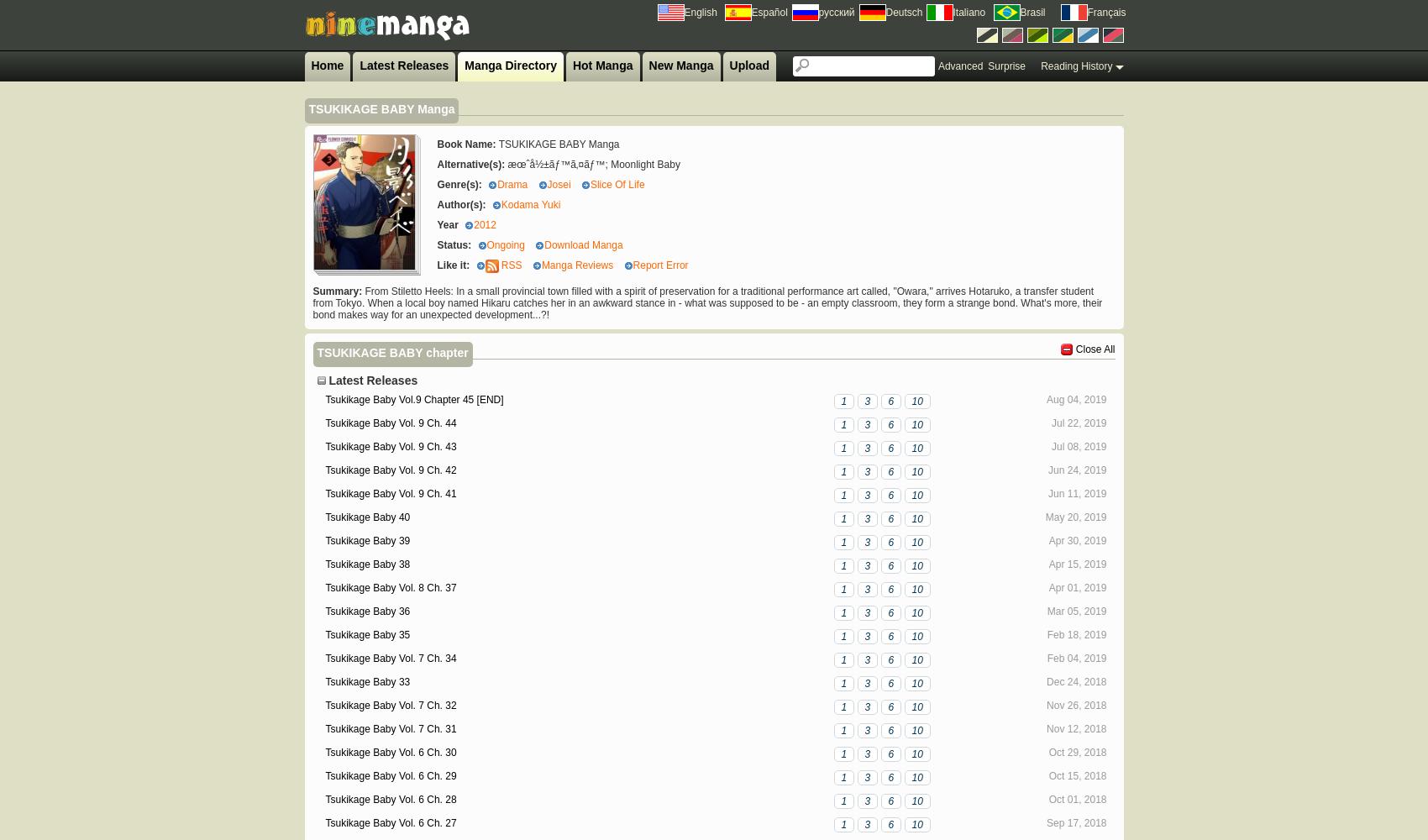 This screenshot has height=840, width=1428. Describe the element at coordinates (903, 13) in the screenshot. I see `'Deutsch'` at that location.